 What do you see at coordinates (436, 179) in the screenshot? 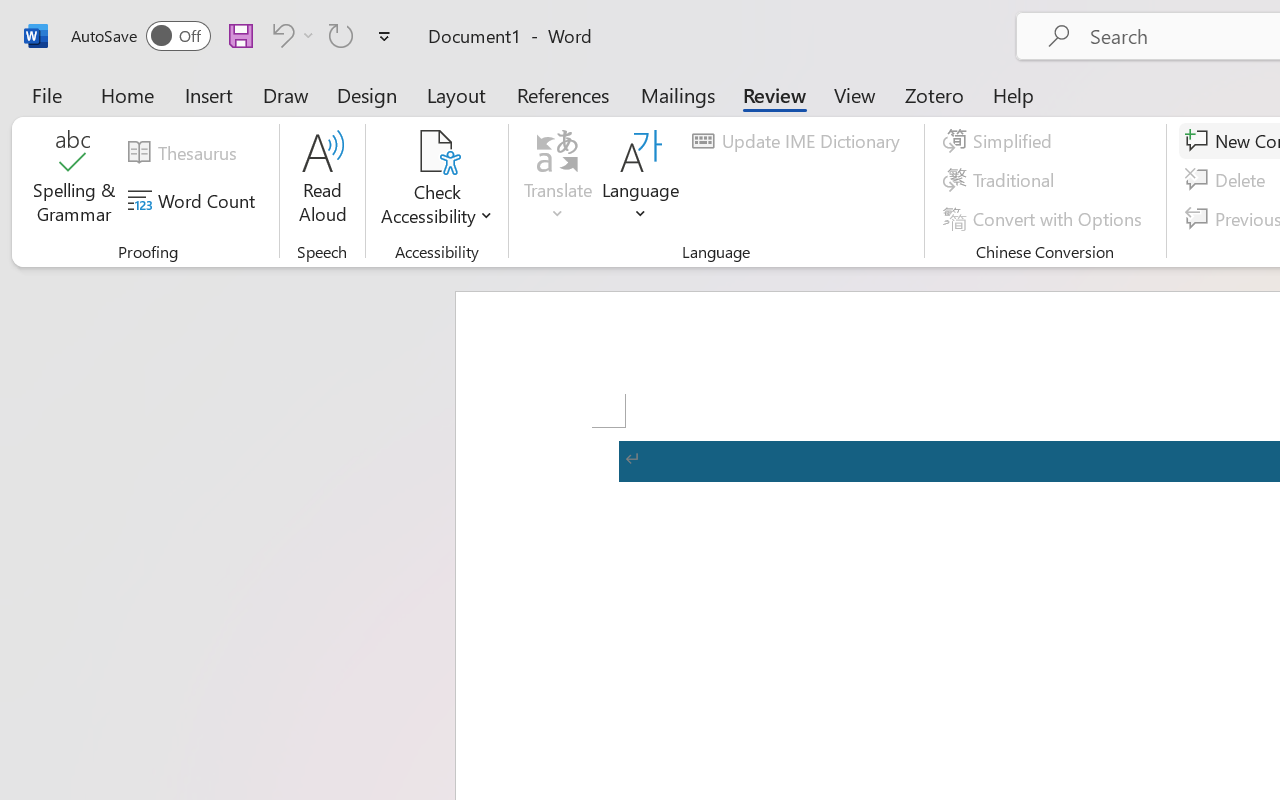
I see `'Check Accessibility'` at bounding box center [436, 179].